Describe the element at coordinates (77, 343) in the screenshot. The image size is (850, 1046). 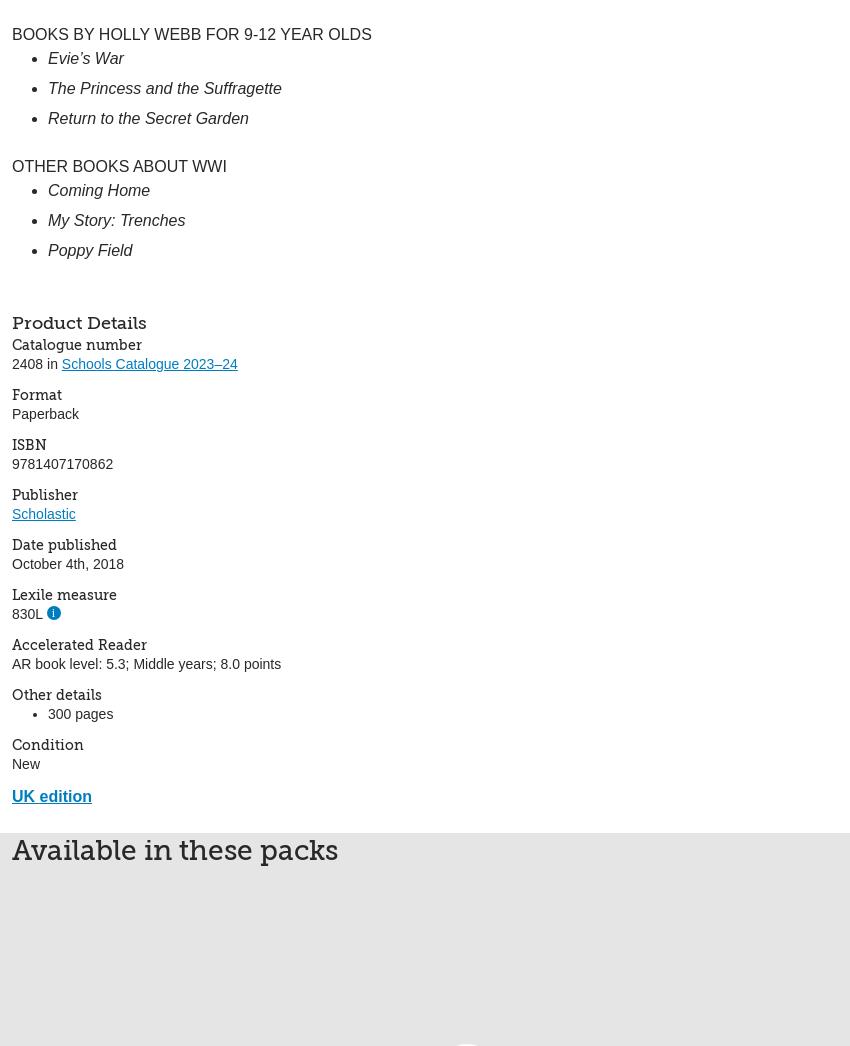
I see `'Catalogue number'` at that location.